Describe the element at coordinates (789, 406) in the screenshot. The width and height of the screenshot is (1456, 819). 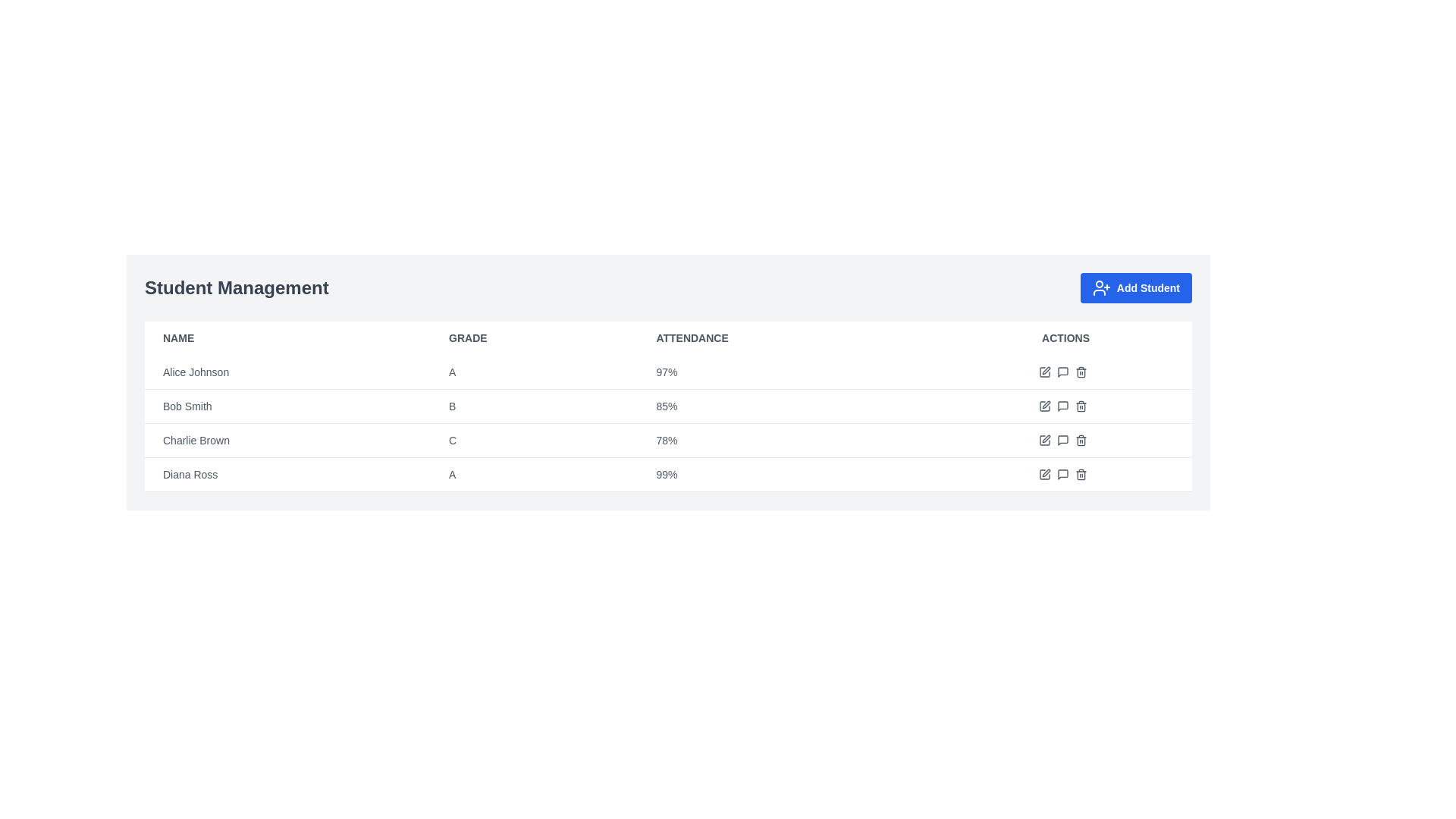
I see `text element indicating the attendance percentage for 'Bob Smith' located in the third column of the second row of the table` at that location.